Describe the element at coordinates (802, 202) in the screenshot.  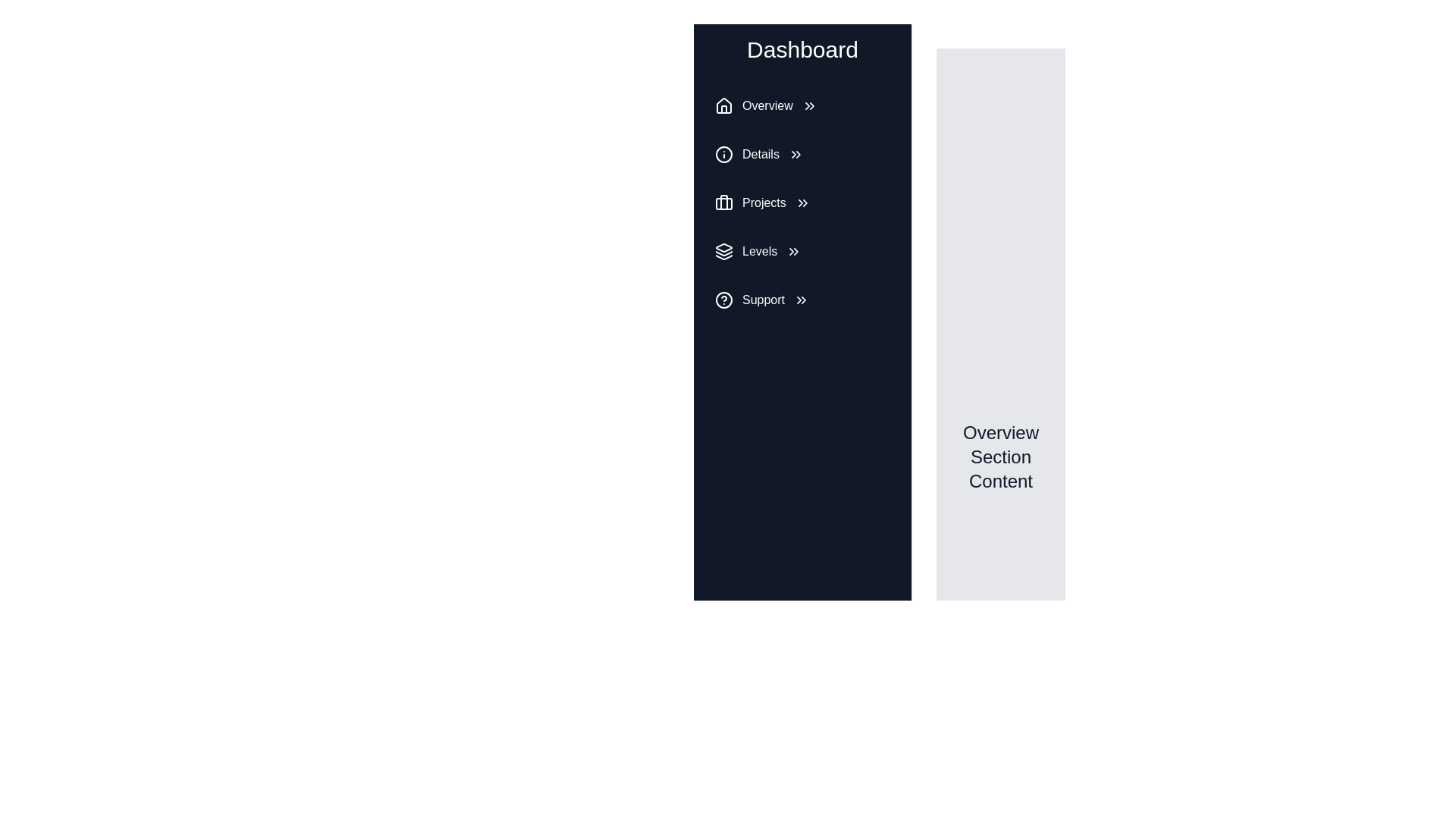
I see `the rightmost navigation arrow icons displayed in the 'Projects' menu item of the vertical navigation bar, which are styled with a thin white stroke on a dark navy background` at that location.